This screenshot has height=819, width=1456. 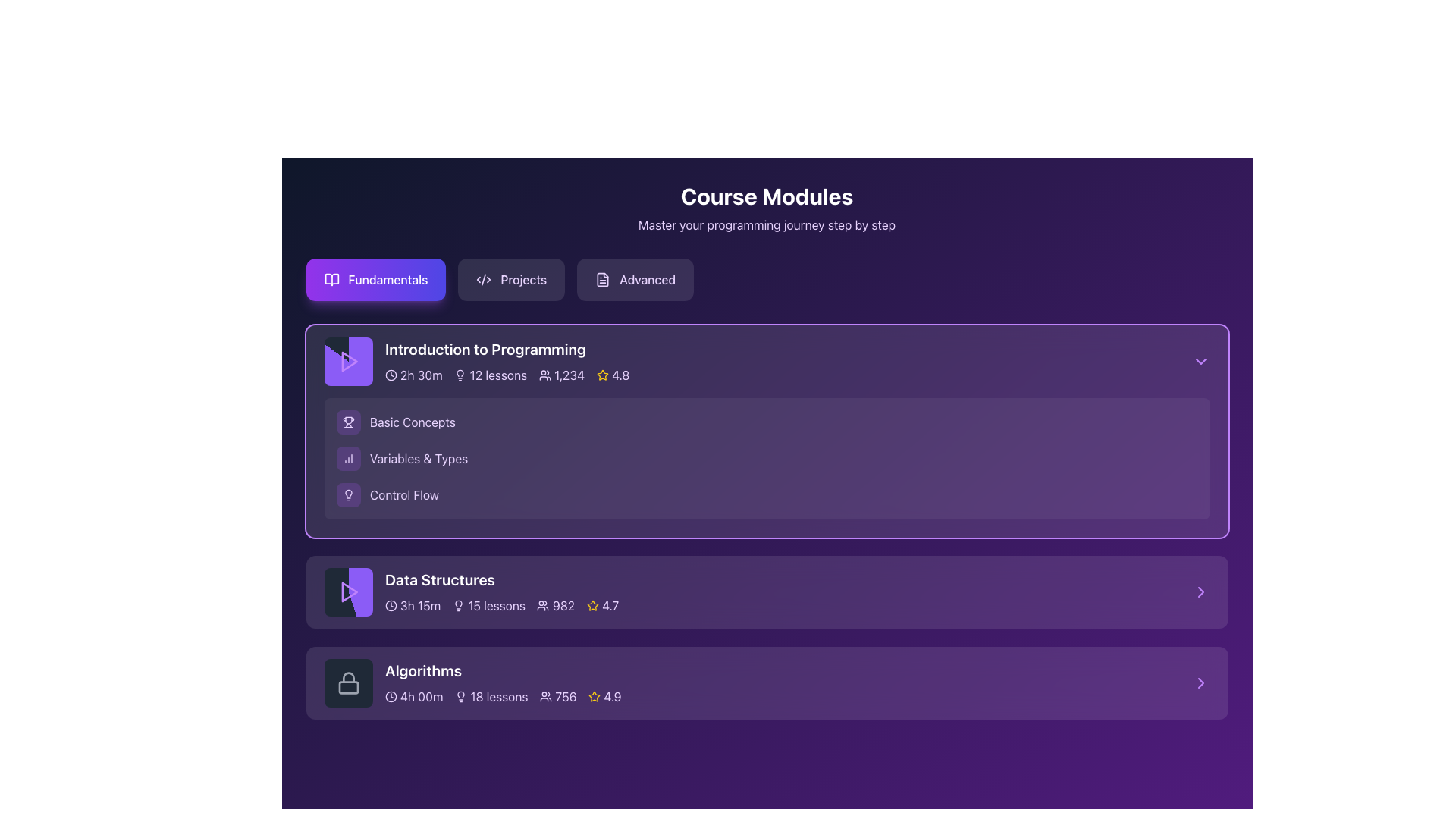 I want to click on the 'Projects' text label in the navigation bar, so click(x=523, y=280).